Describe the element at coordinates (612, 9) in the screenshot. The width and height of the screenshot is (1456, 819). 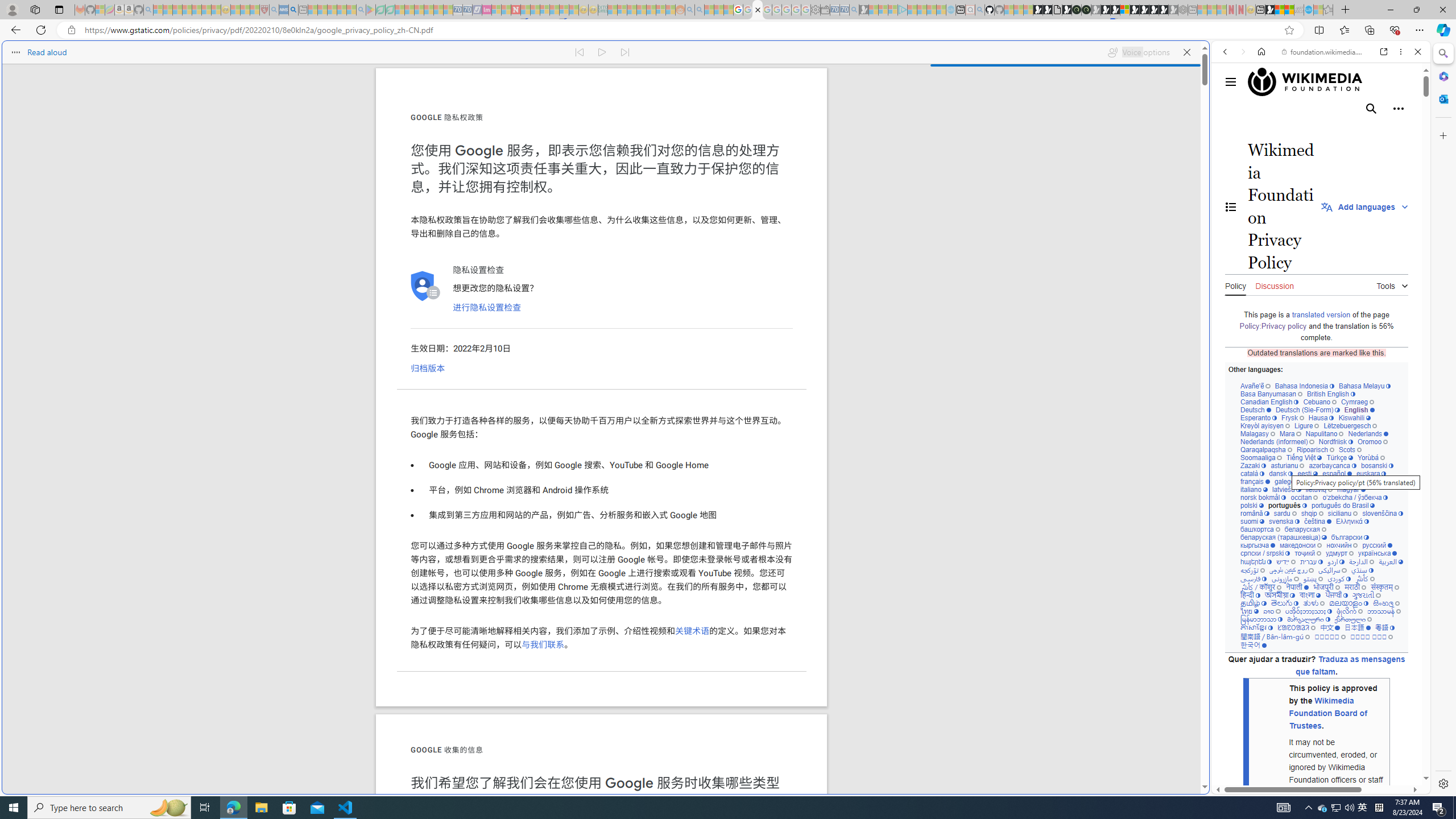
I see `'MSNBC - MSN - Sleeping'` at that location.